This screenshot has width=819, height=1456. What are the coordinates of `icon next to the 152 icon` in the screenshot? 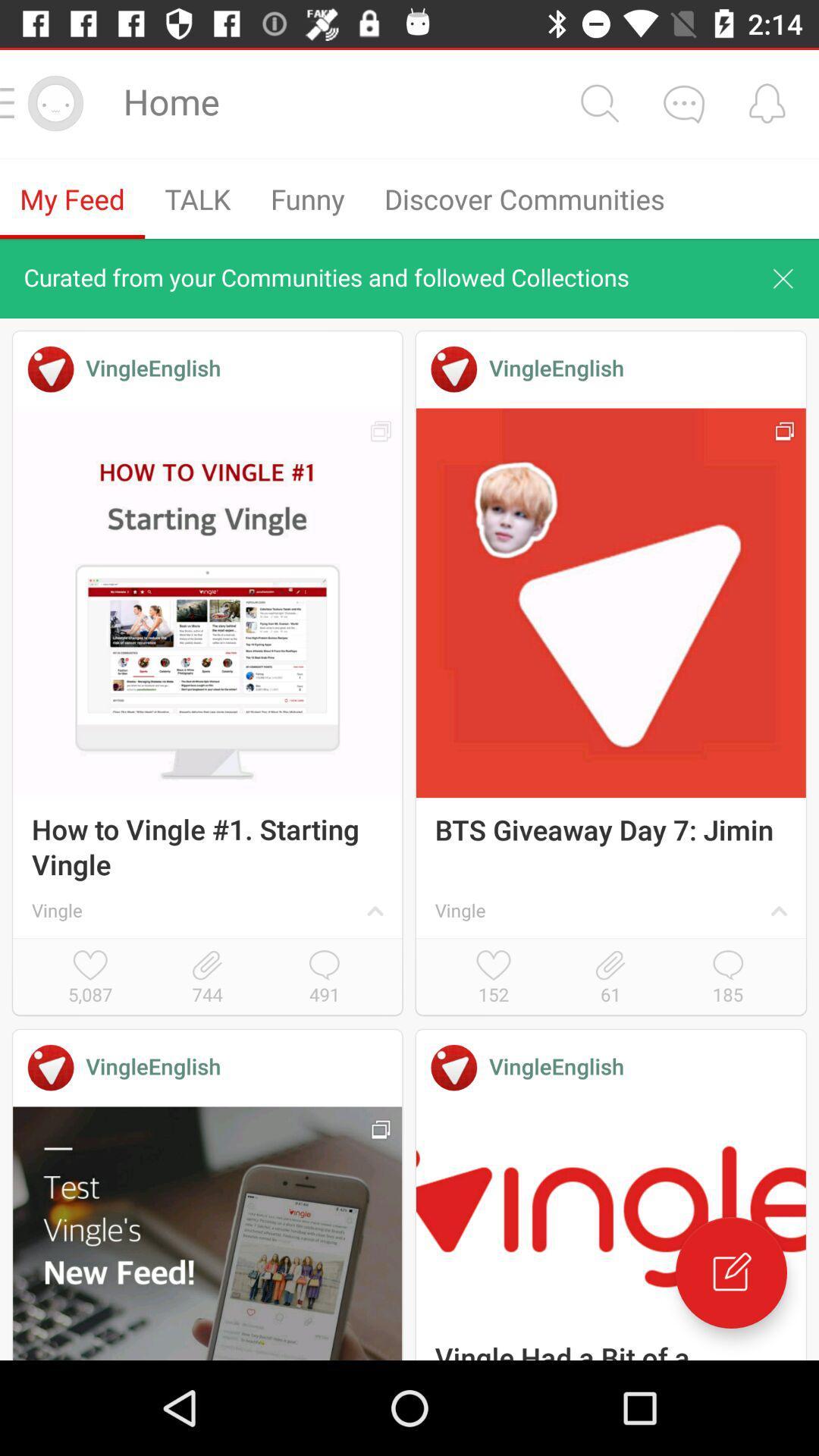 It's located at (610, 978).